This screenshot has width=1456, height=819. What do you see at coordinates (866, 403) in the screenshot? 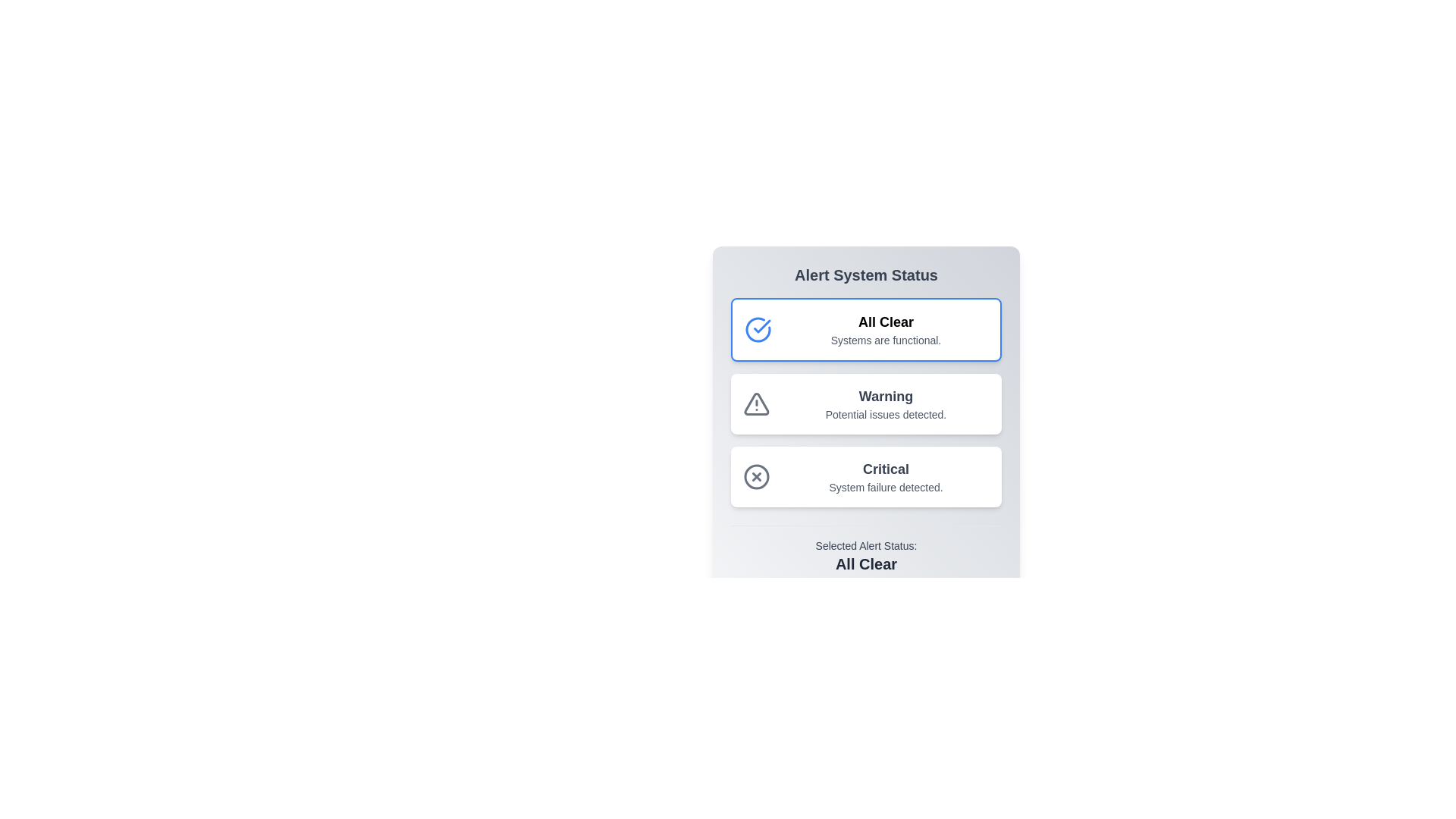
I see `the 'Warning' button with a white background and rounded corners to acknowledge or view more details about potential issues detected` at bounding box center [866, 403].